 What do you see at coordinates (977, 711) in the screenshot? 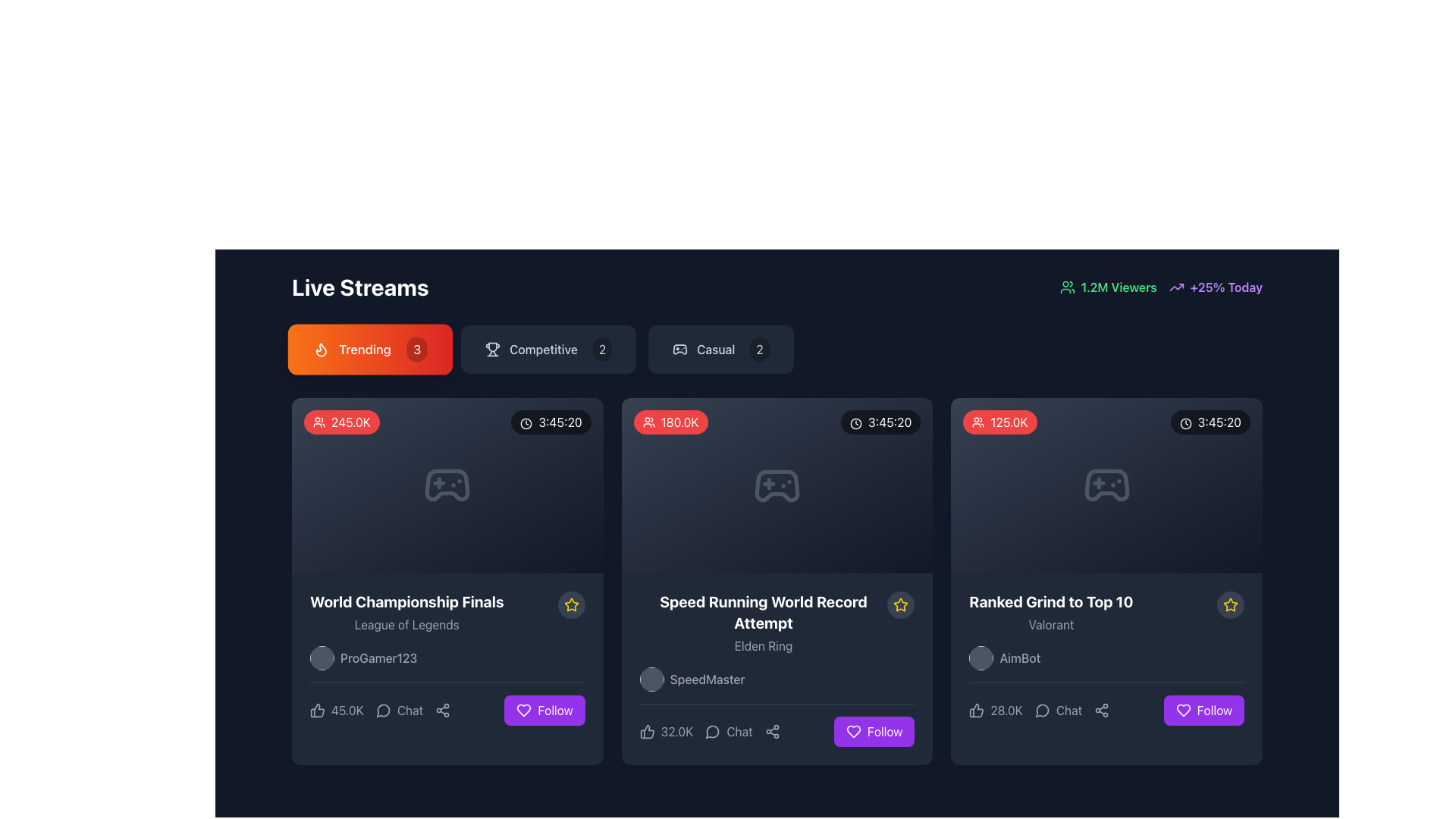
I see `the like icon located at the bottom right of the 'Ranked Grind to Top 10' card` at bounding box center [977, 711].